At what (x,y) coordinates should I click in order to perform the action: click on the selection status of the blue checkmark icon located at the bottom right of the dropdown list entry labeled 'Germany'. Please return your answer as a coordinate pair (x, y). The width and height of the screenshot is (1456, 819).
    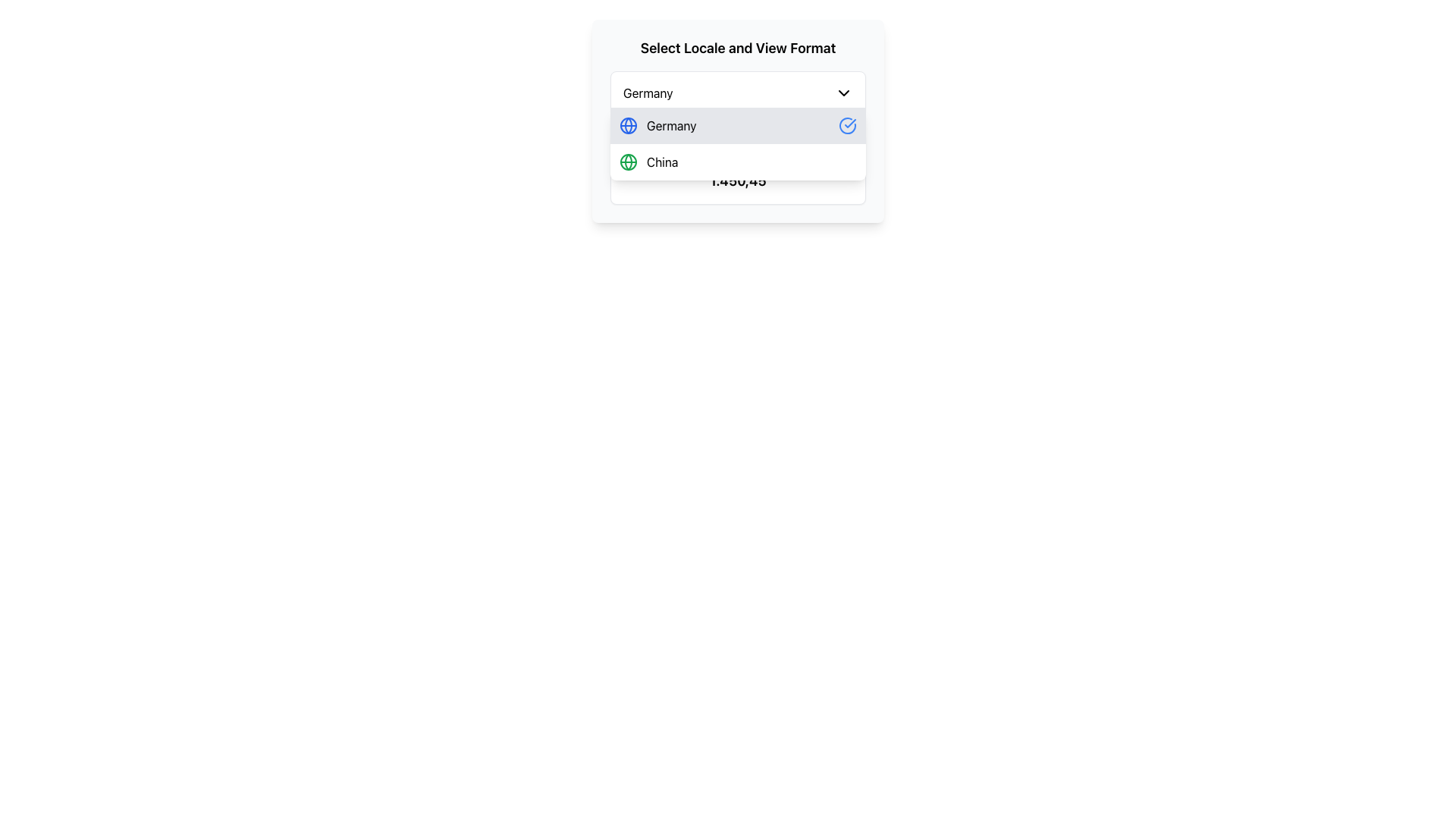
    Looking at the image, I should click on (850, 122).